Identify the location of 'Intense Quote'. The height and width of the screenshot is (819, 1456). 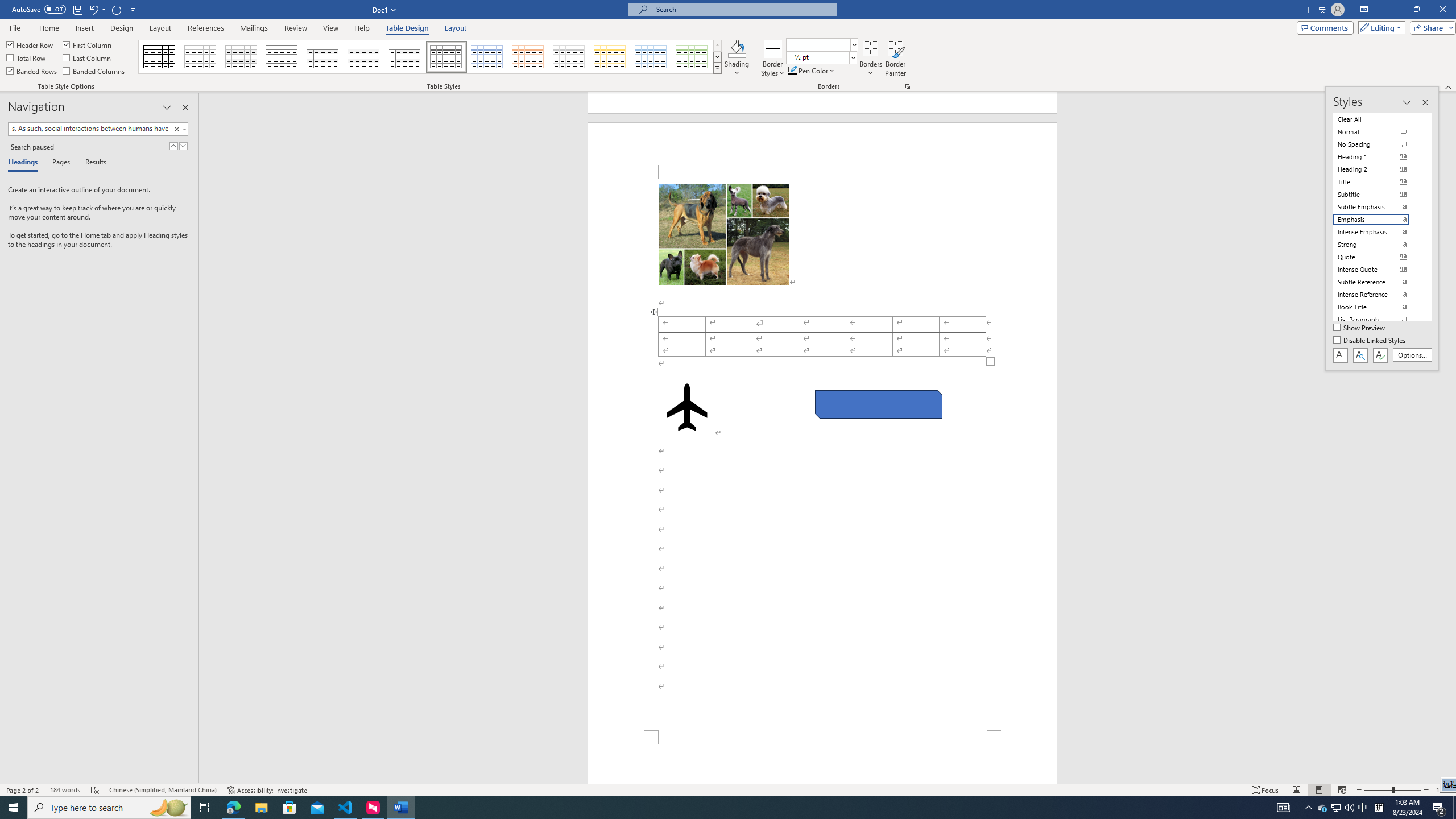
(1378, 270).